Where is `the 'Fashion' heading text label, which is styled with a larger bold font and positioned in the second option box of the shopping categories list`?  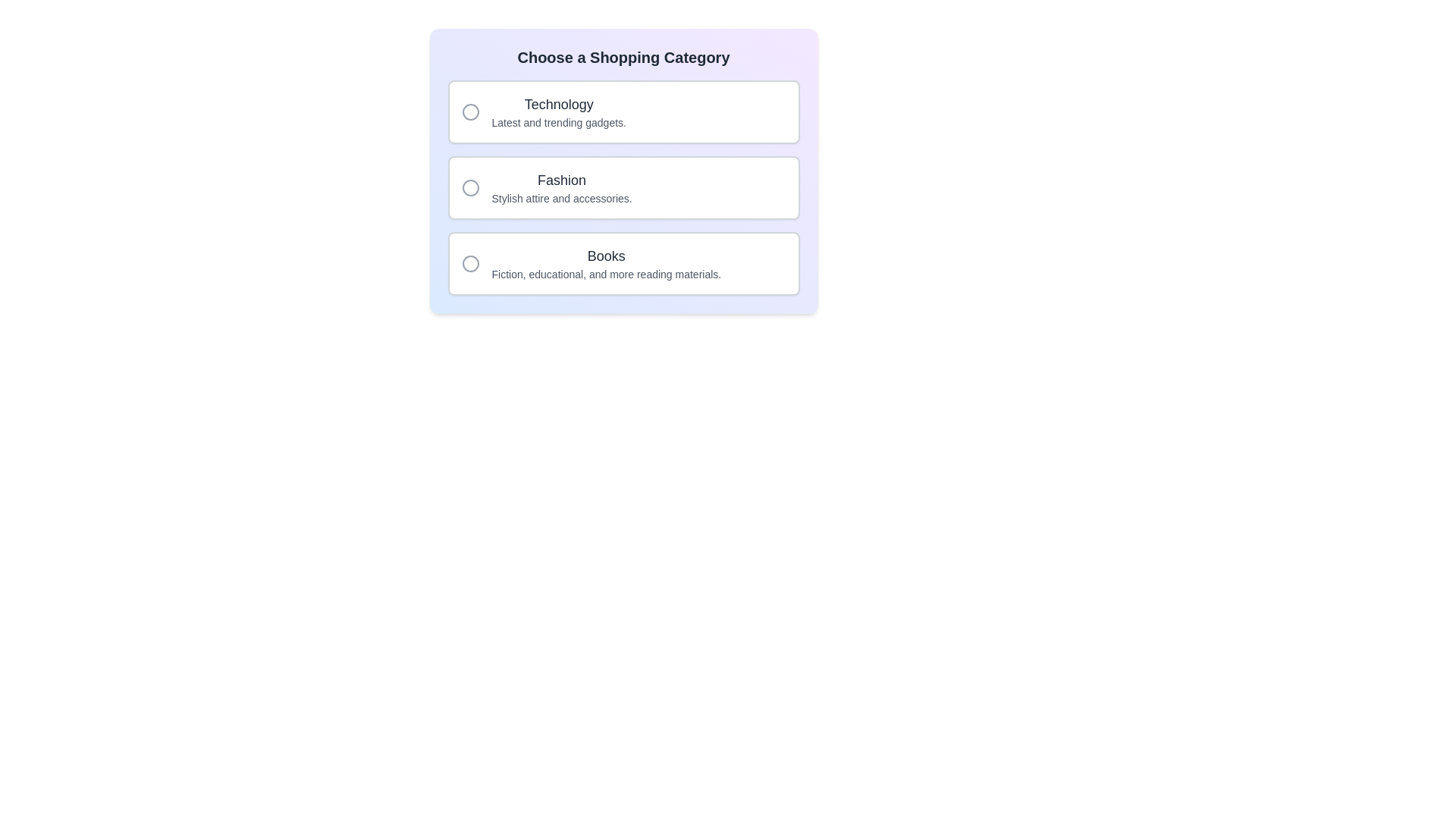
the 'Fashion' heading text label, which is styled with a larger bold font and positioned in the second option box of the shopping categories list is located at coordinates (561, 187).